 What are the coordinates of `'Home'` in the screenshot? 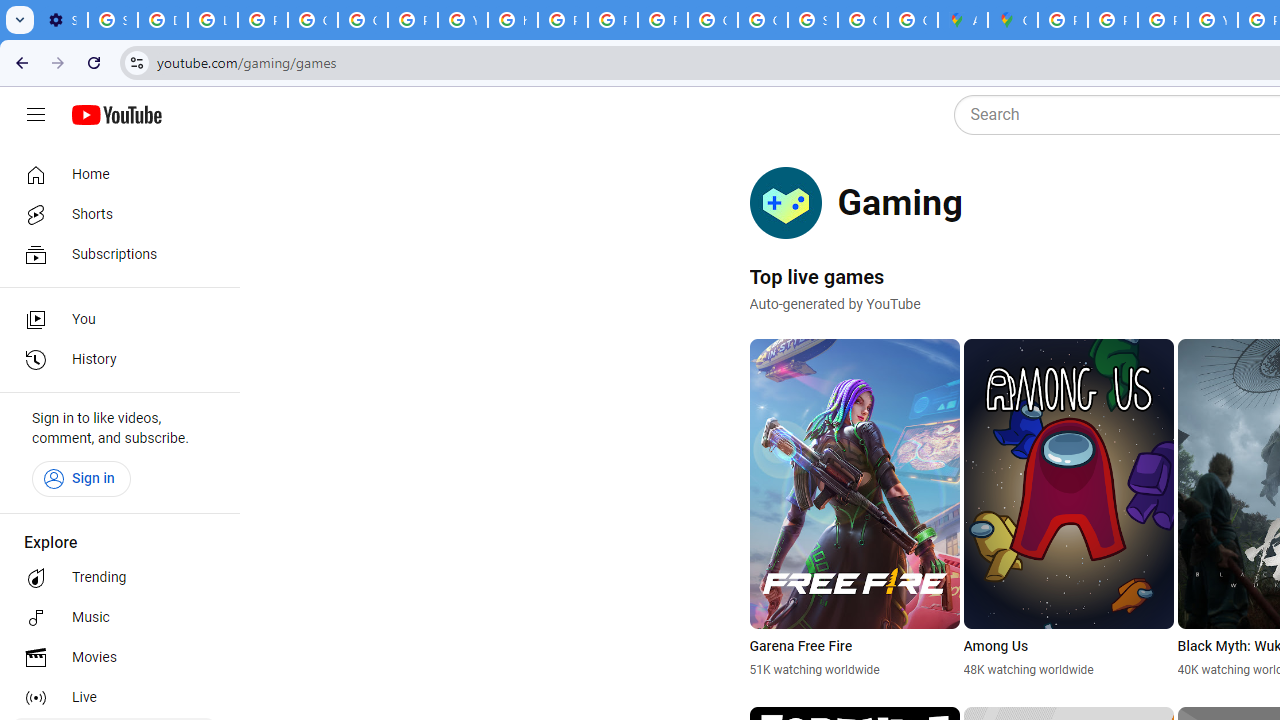 It's located at (112, 173).